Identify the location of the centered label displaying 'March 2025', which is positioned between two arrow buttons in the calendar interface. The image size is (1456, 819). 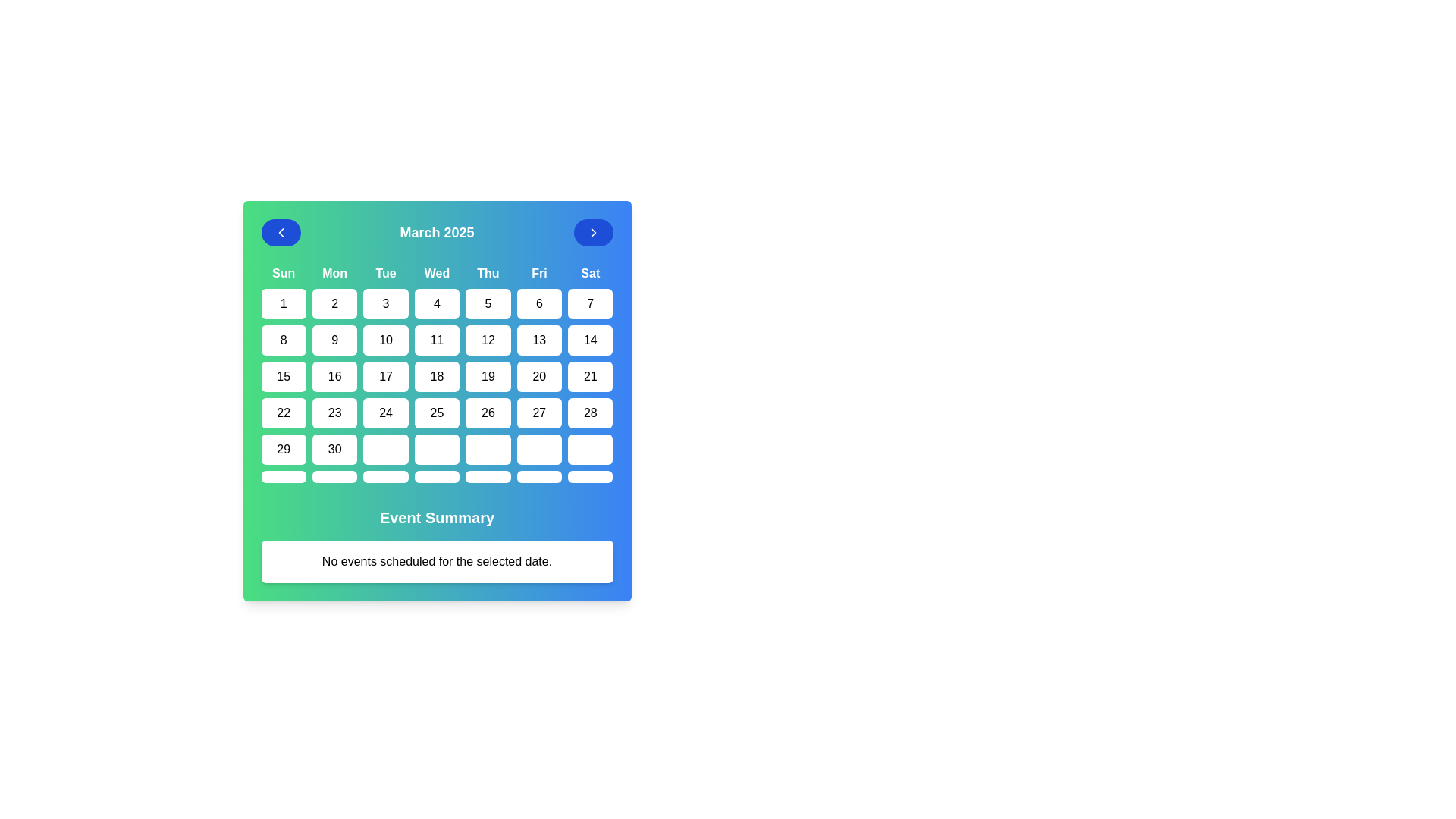
(436, 233).